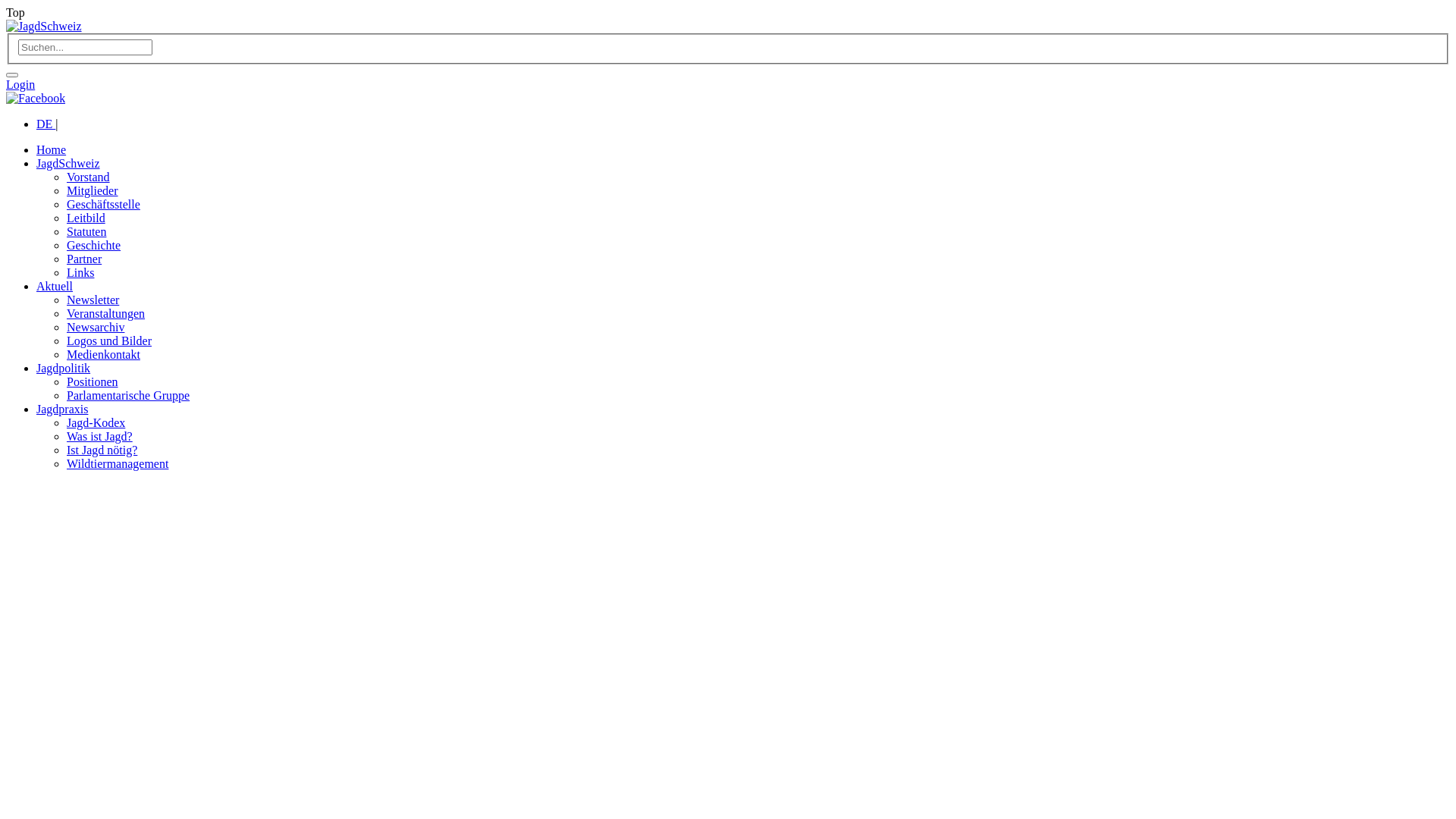 This screenshot has width=1456, height=819. What do you see at coordinates (45, 123) in the screenshot?
I see `'DE'` at bounding box center [45, 123].